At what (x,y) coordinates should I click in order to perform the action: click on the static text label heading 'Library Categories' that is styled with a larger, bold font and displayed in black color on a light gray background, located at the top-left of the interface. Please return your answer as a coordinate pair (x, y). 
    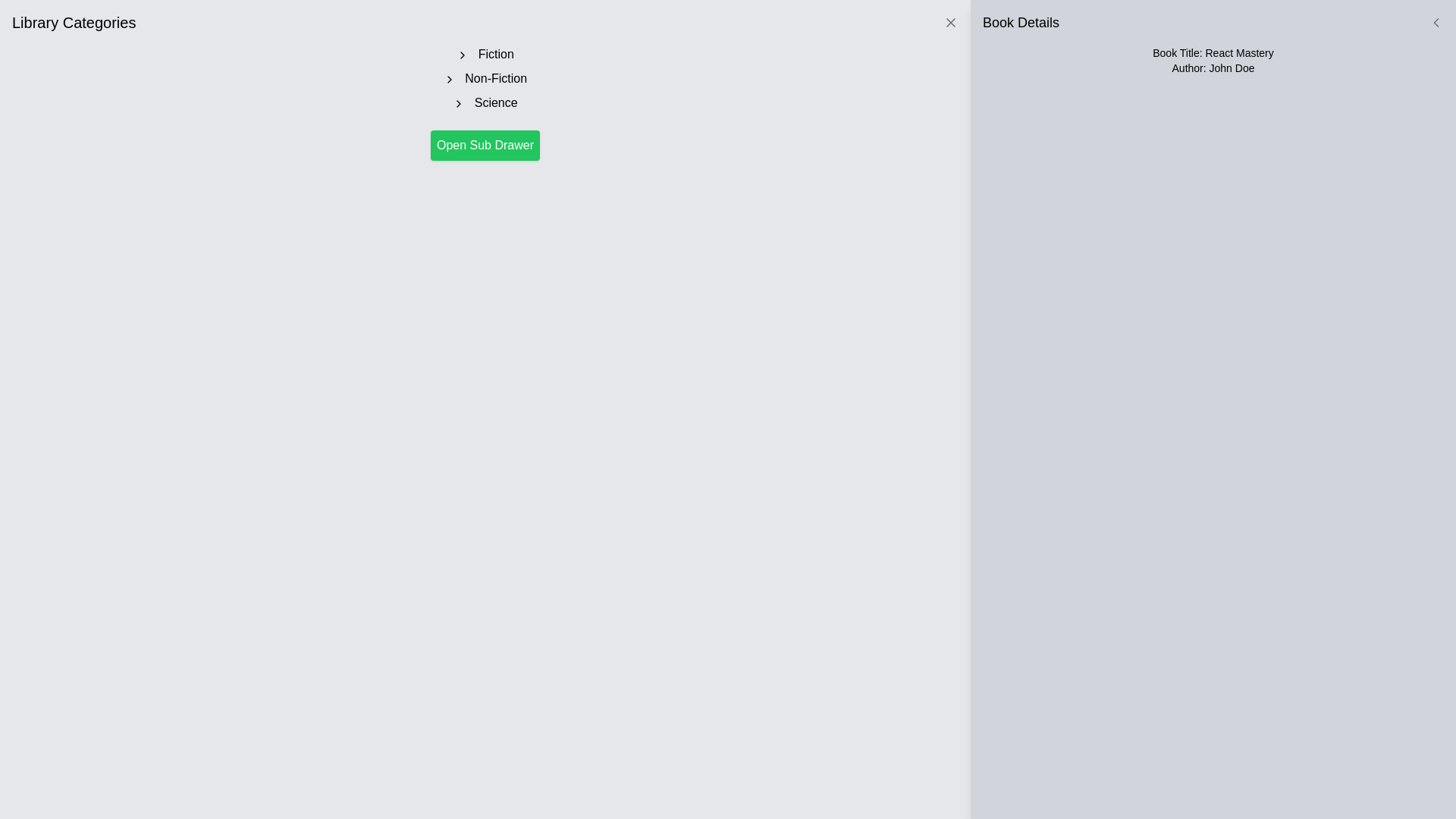
    Looking at the image, I should click on (73, 23).